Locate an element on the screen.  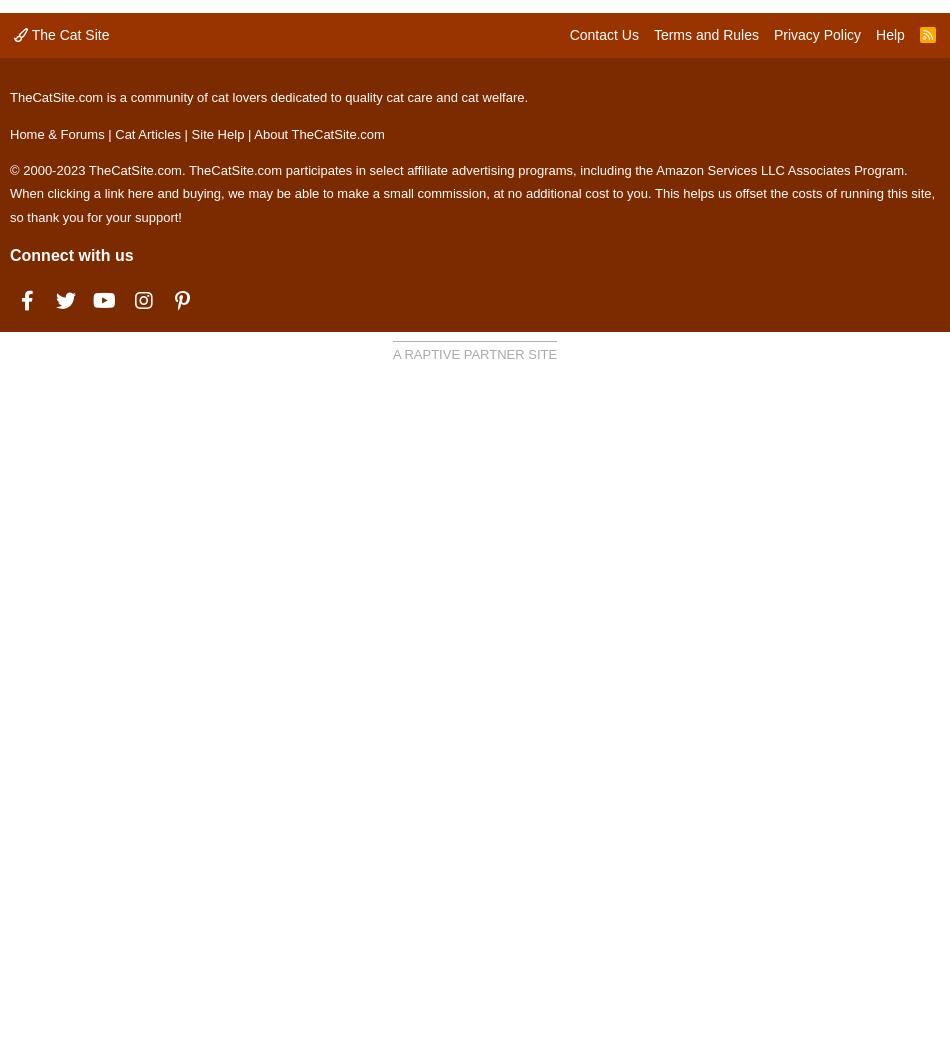
'About TheCatSite.com' is located at coordinates (318, 132).